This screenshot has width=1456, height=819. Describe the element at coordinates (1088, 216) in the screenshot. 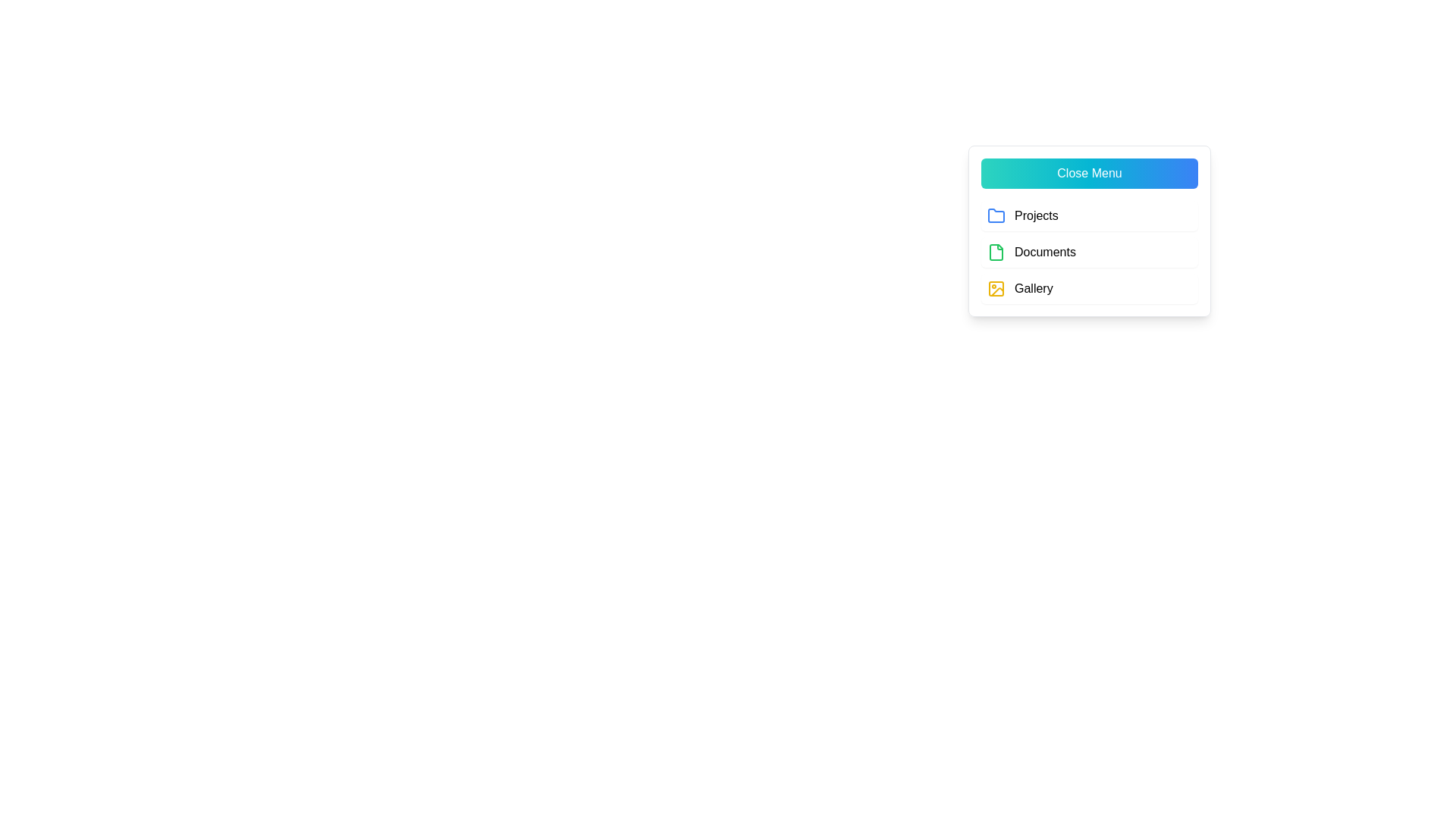

I see `the 'Projects' menu item` at that location.